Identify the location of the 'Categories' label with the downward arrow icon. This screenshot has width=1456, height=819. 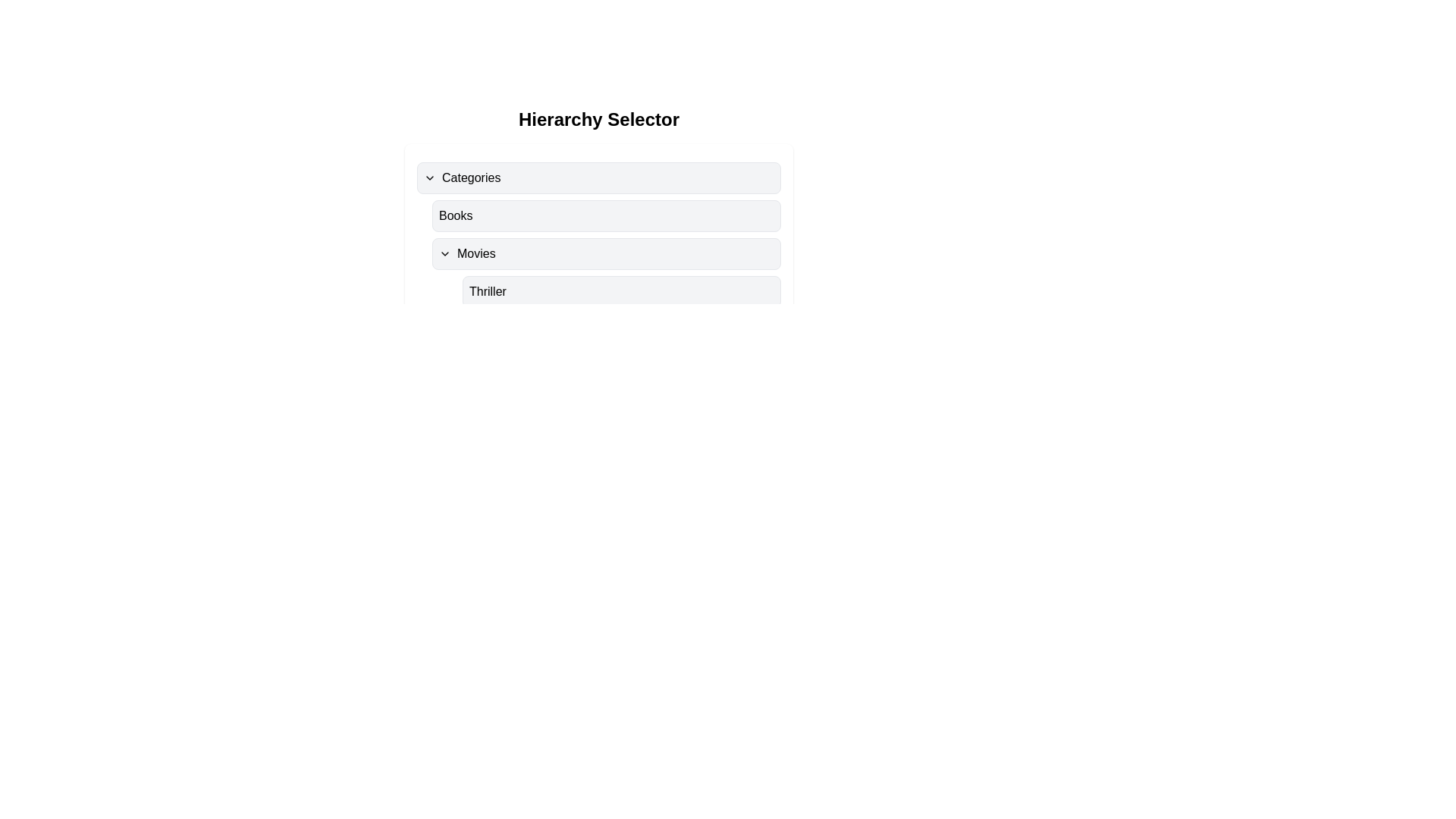
(461, 177).